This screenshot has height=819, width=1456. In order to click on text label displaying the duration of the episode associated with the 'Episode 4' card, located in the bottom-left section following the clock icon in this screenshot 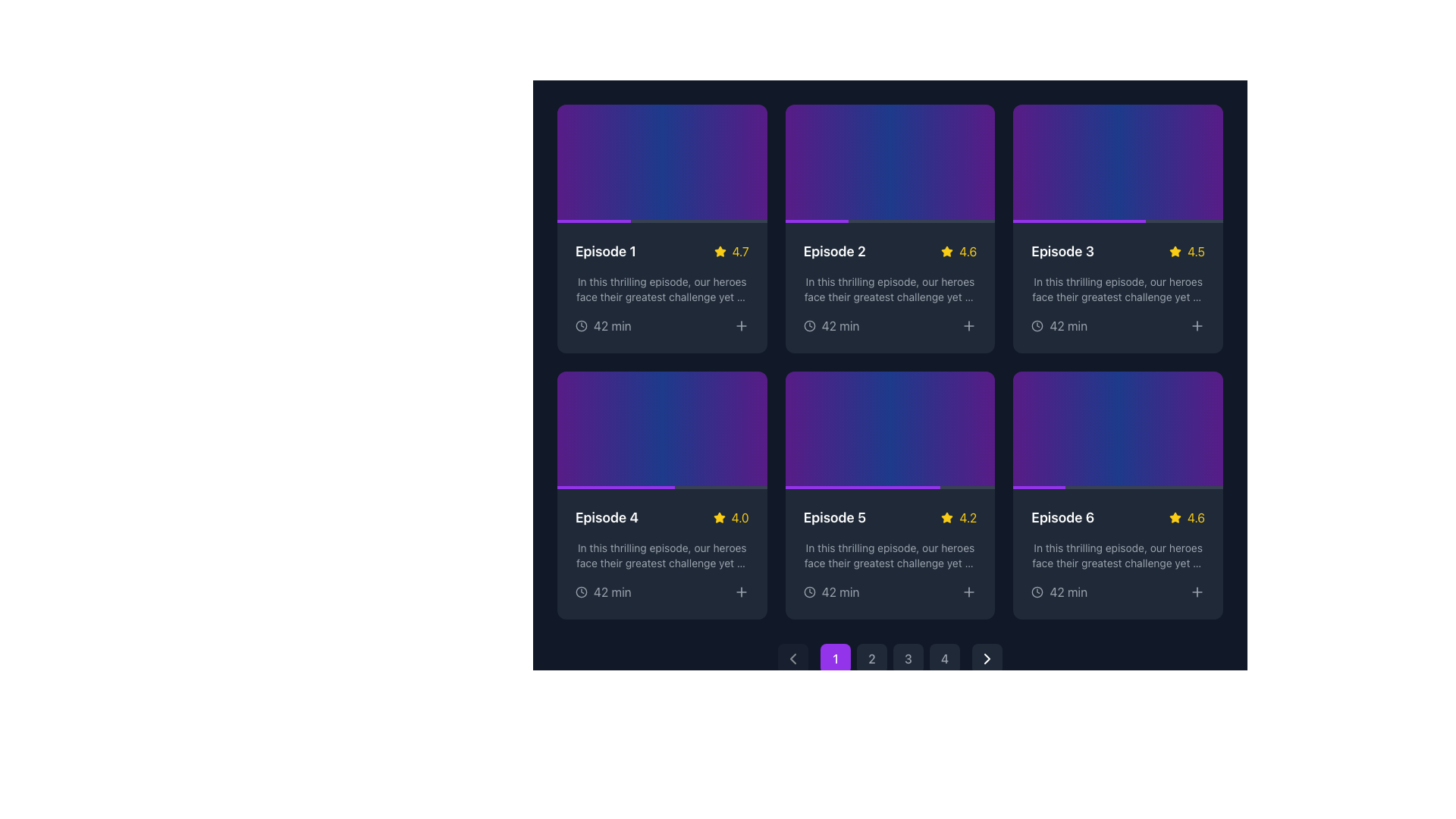, I will do `click(612, 591)`.